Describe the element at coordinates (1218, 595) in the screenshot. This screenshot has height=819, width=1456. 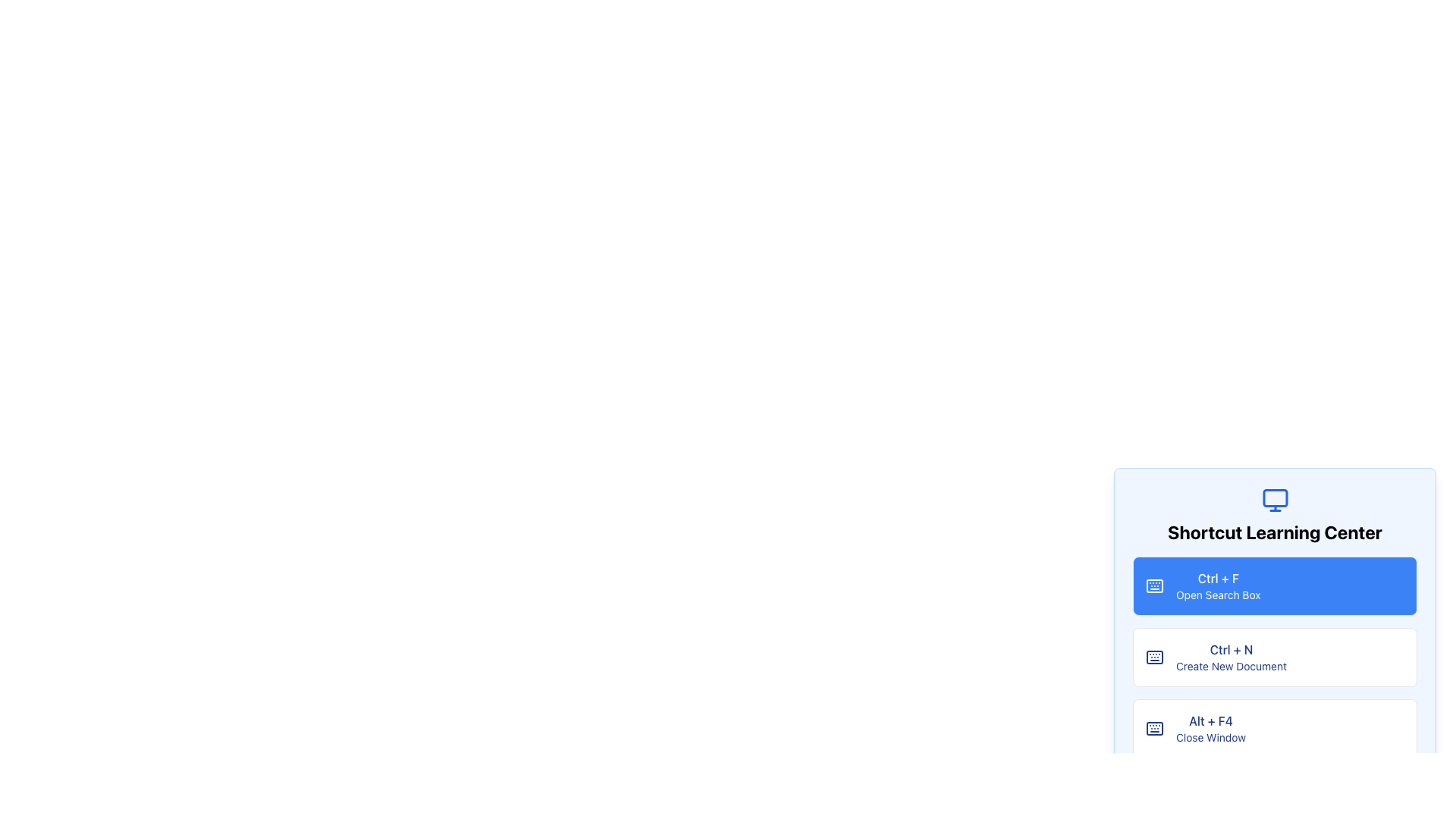
I see `the descriptive Text Label located directly below the 'Ctrl + F' keyboard shortcut within the blue highlighted box in the 'Shortcut Learning Center'` at that location.